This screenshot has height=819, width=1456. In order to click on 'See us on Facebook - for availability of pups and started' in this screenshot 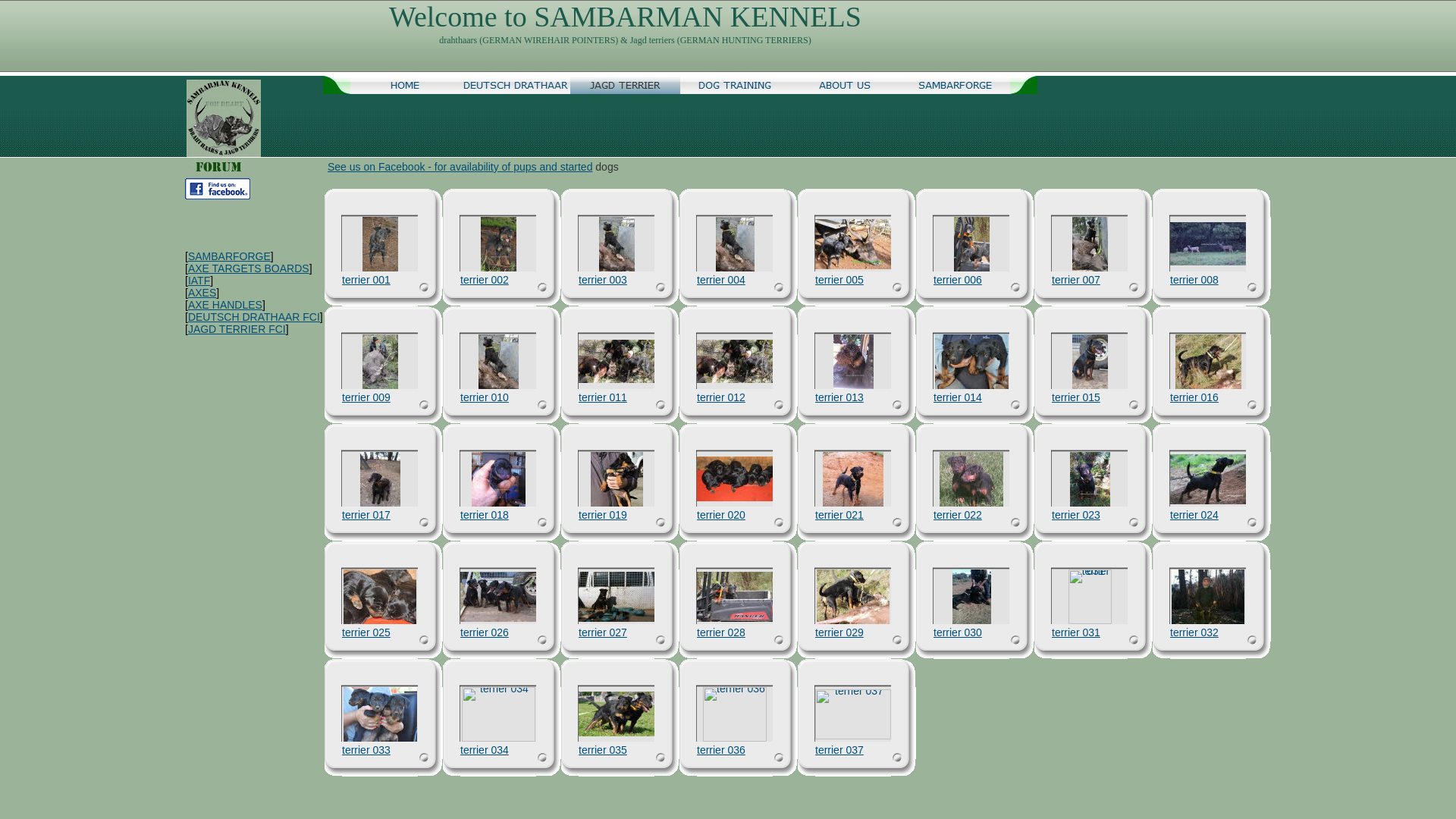, I will do `click(459, 166)`.